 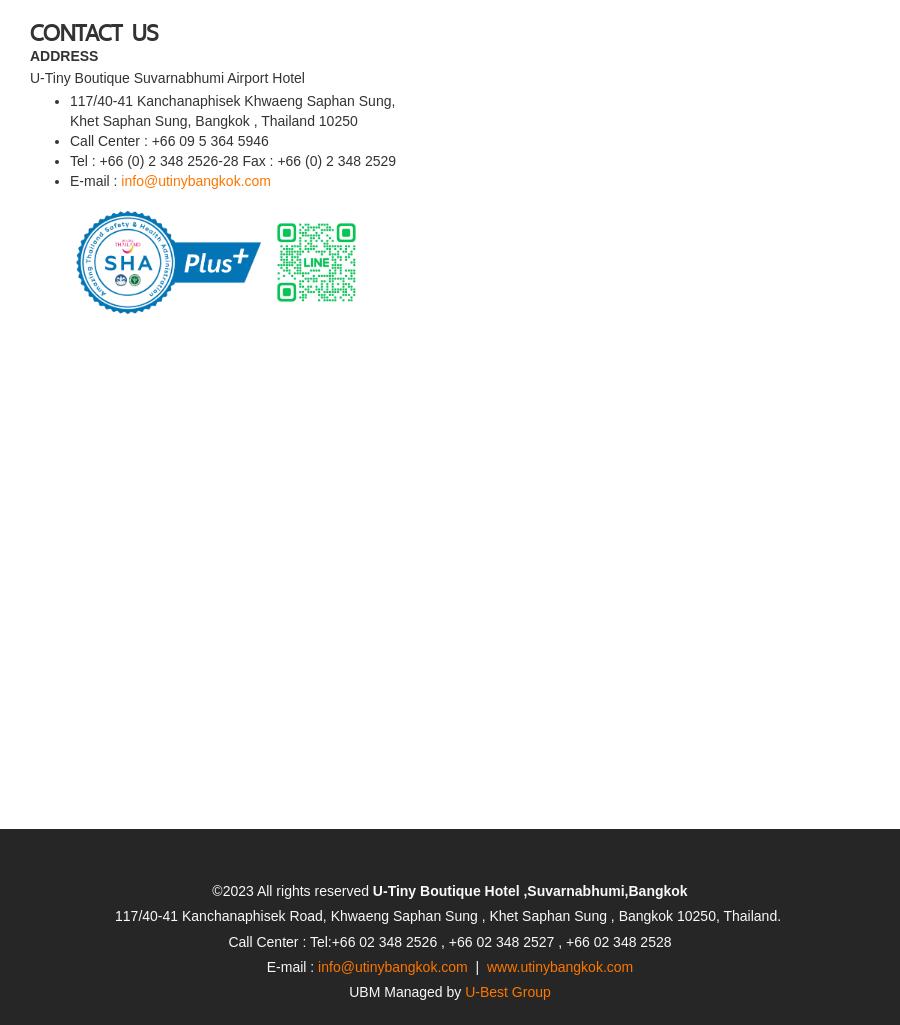 What do you see at coordinates (449, 859) in the screenshot?
I see `'117/40-41 Kanchanaphisek Road, Khwaeng Saphan Sung , Khet Saphan Sung , Bangkok 10250, Thailand.'` at bounding box center [449, 859].